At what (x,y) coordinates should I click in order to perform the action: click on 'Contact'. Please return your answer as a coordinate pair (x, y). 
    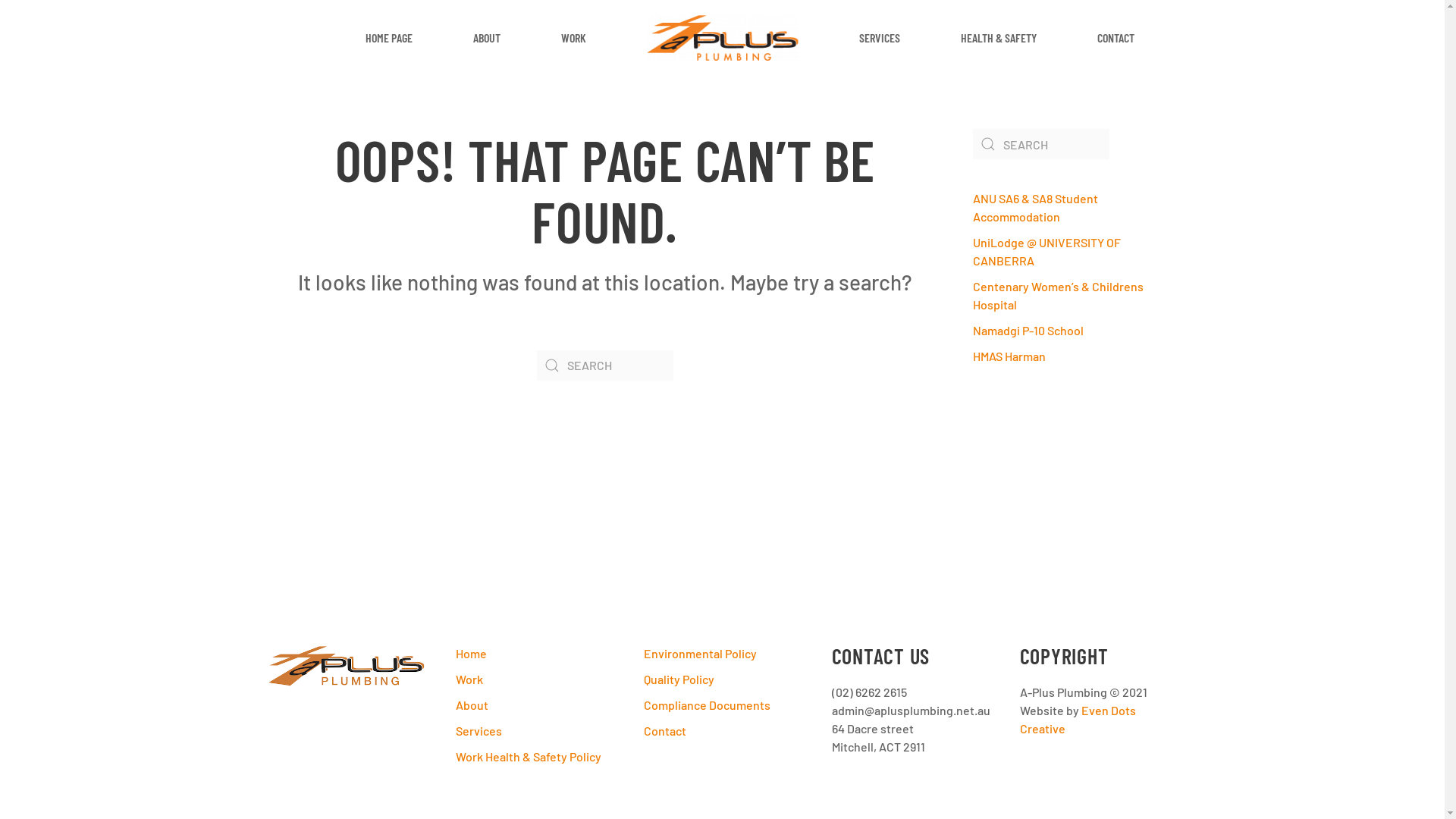
    Looking at the image, I should click on (720, 730).